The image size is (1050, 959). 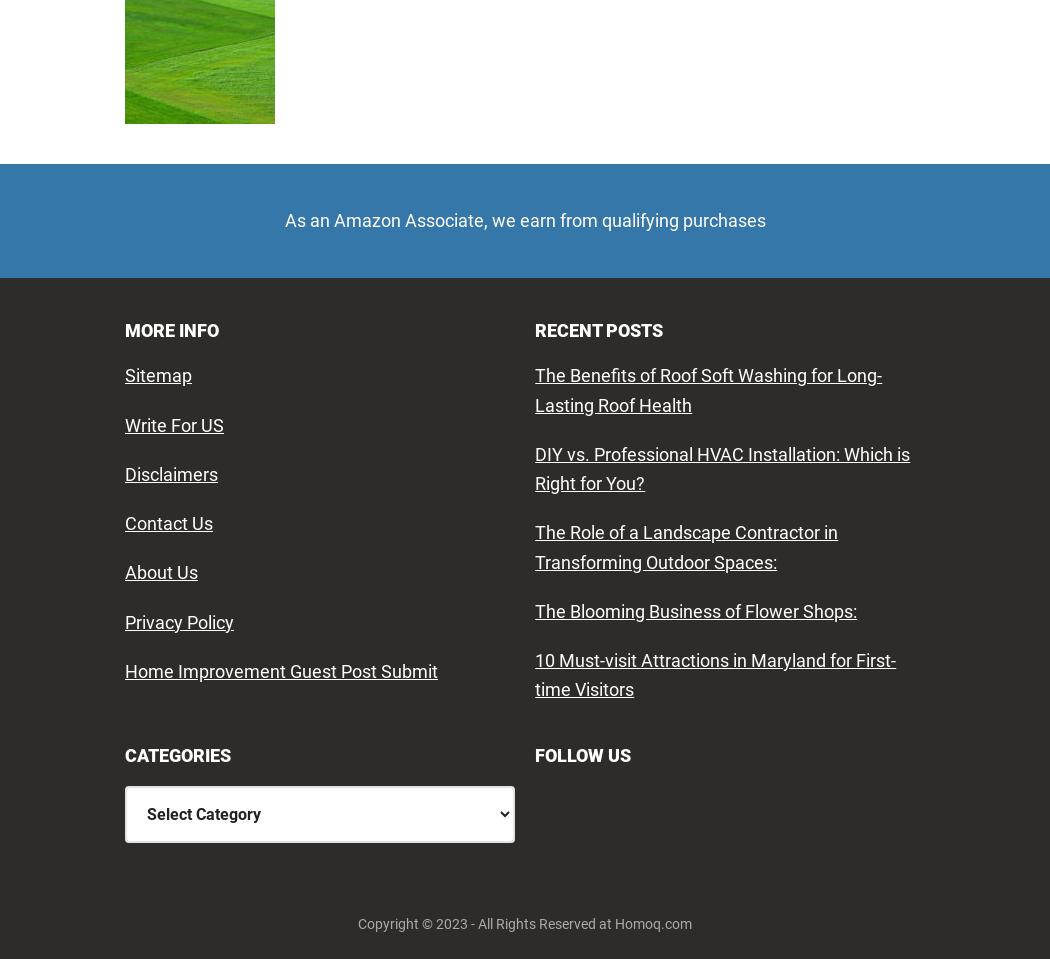 I want to click on 'Privacy Policy', so click(x=179, y=621).